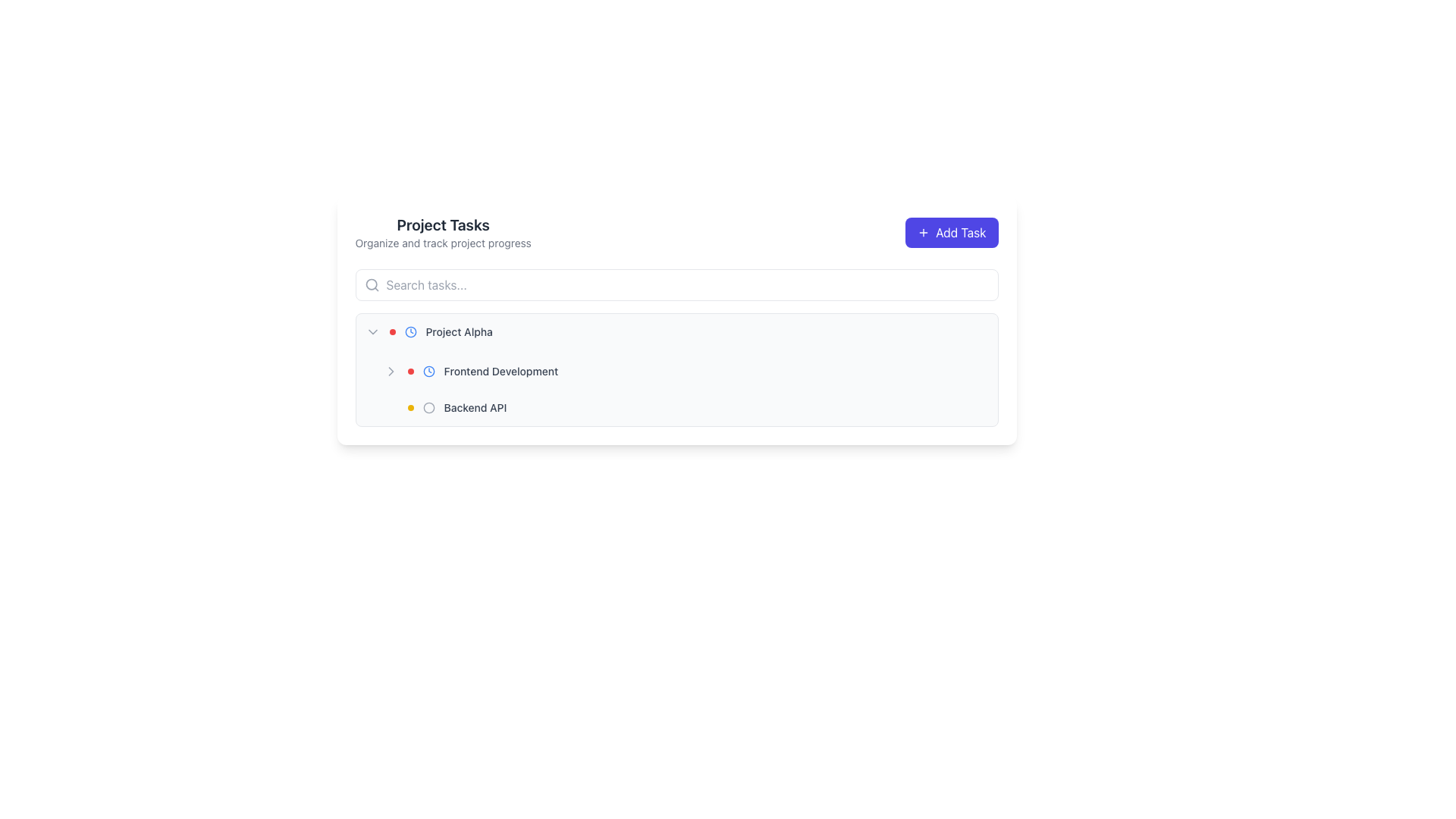 The image size is (1456, 819). I want to click on the 'Frontend Development' task item within the 'Project Alpha' group, so click(607, 371).